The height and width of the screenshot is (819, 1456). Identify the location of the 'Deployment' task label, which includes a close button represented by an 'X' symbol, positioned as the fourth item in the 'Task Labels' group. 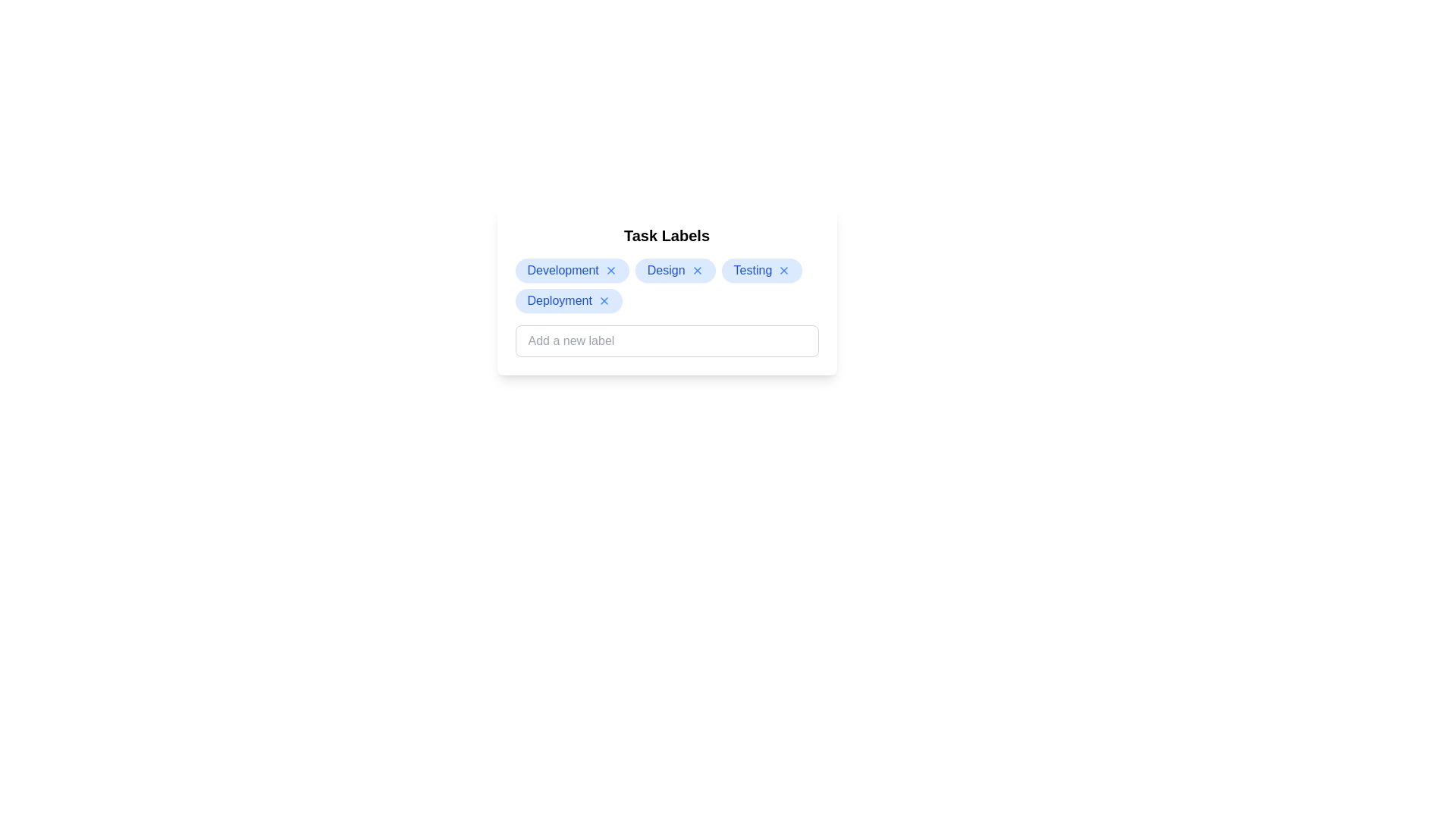
(568, 301).